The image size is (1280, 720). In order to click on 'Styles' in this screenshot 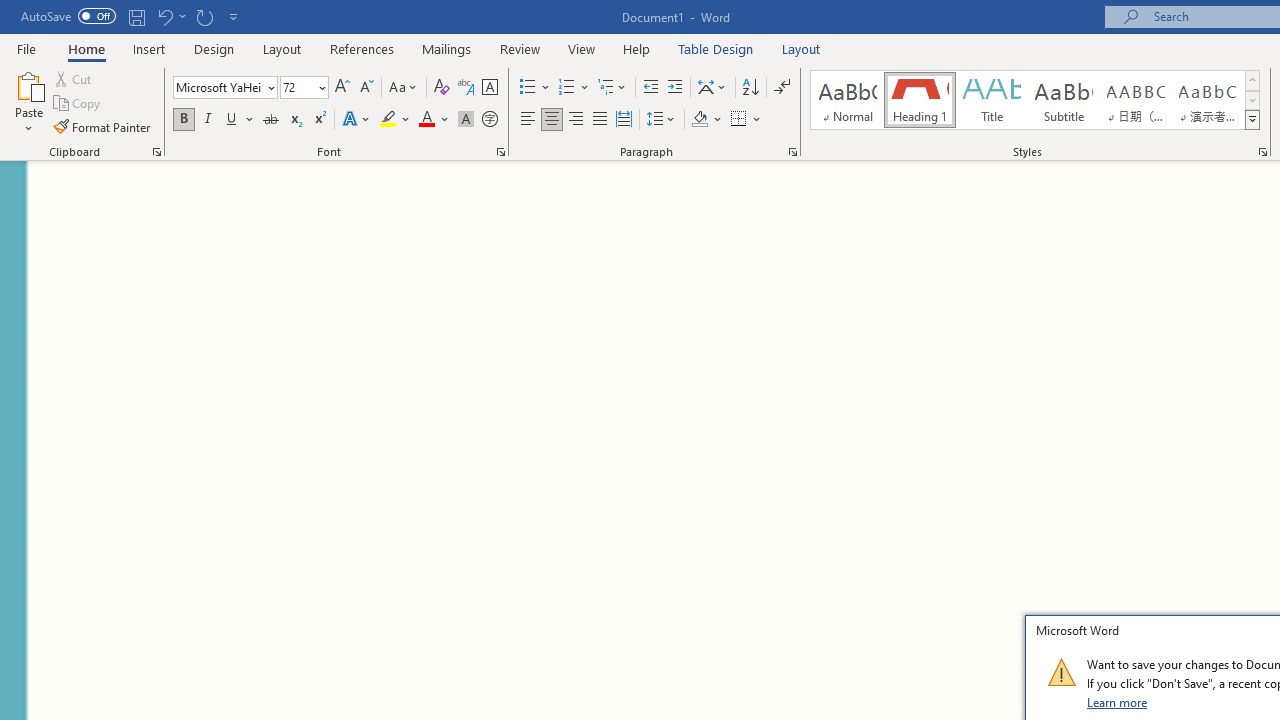, I will do `click(1251, 120)`.